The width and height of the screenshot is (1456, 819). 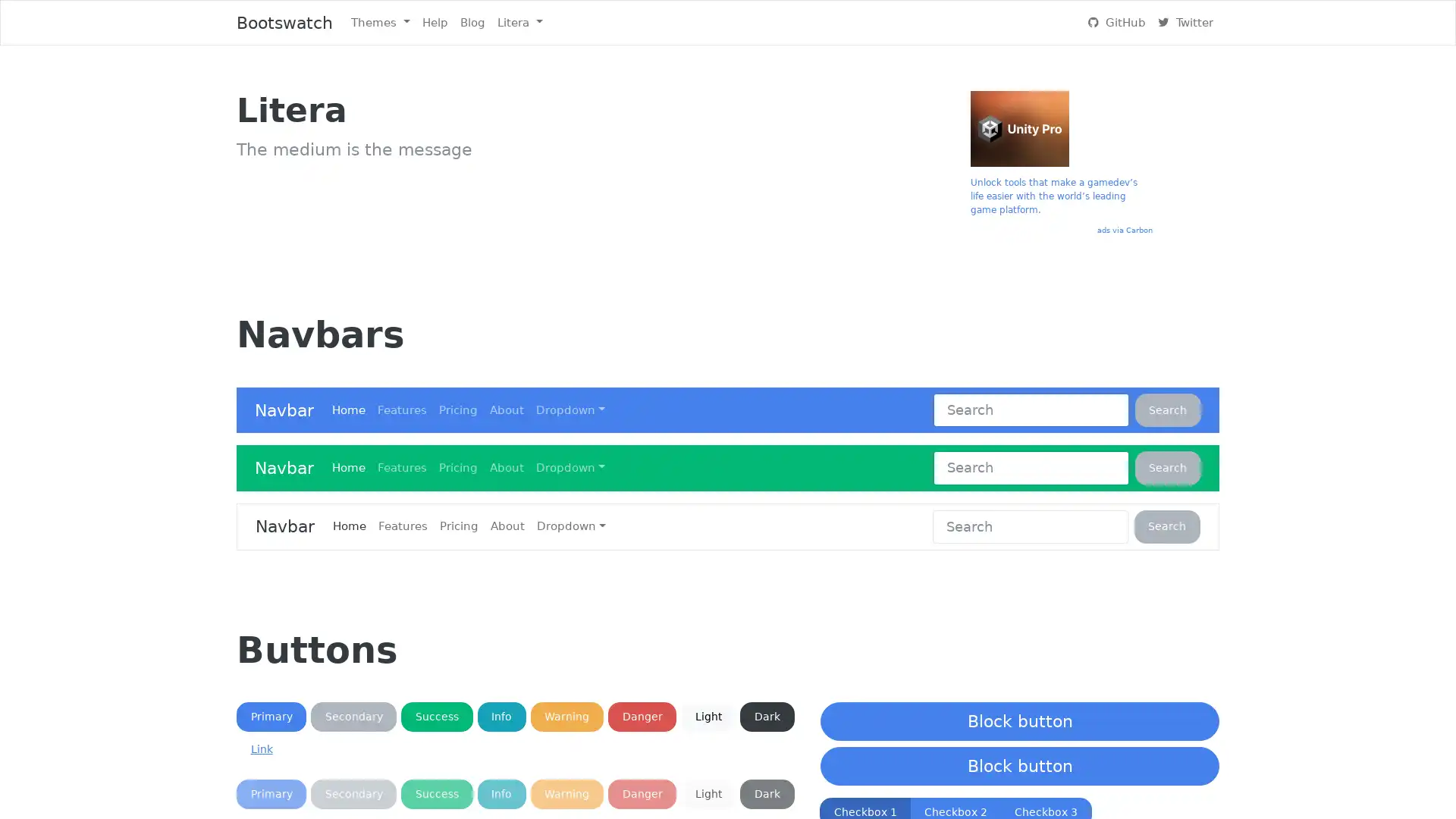 I want to click on Secondary, so click(x=353, y=793).